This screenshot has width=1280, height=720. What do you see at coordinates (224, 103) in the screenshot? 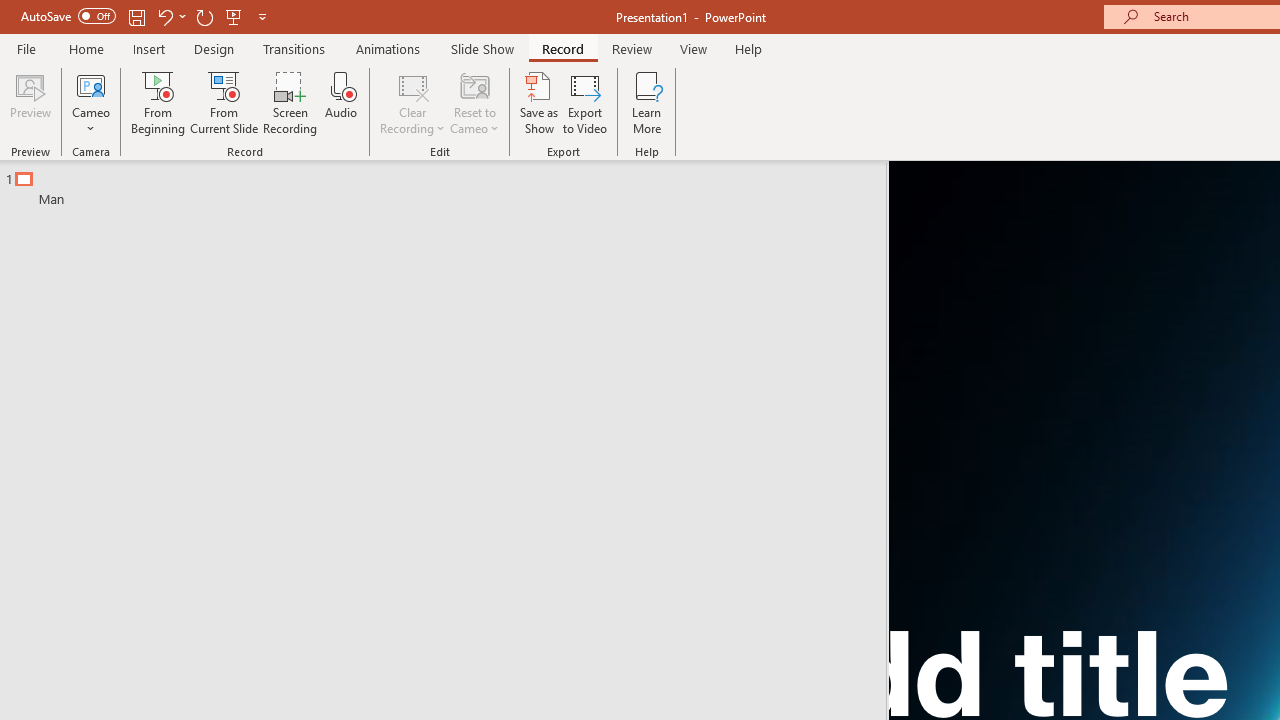
I see `'From Current Slide...'` at bounding box center [224, 103].